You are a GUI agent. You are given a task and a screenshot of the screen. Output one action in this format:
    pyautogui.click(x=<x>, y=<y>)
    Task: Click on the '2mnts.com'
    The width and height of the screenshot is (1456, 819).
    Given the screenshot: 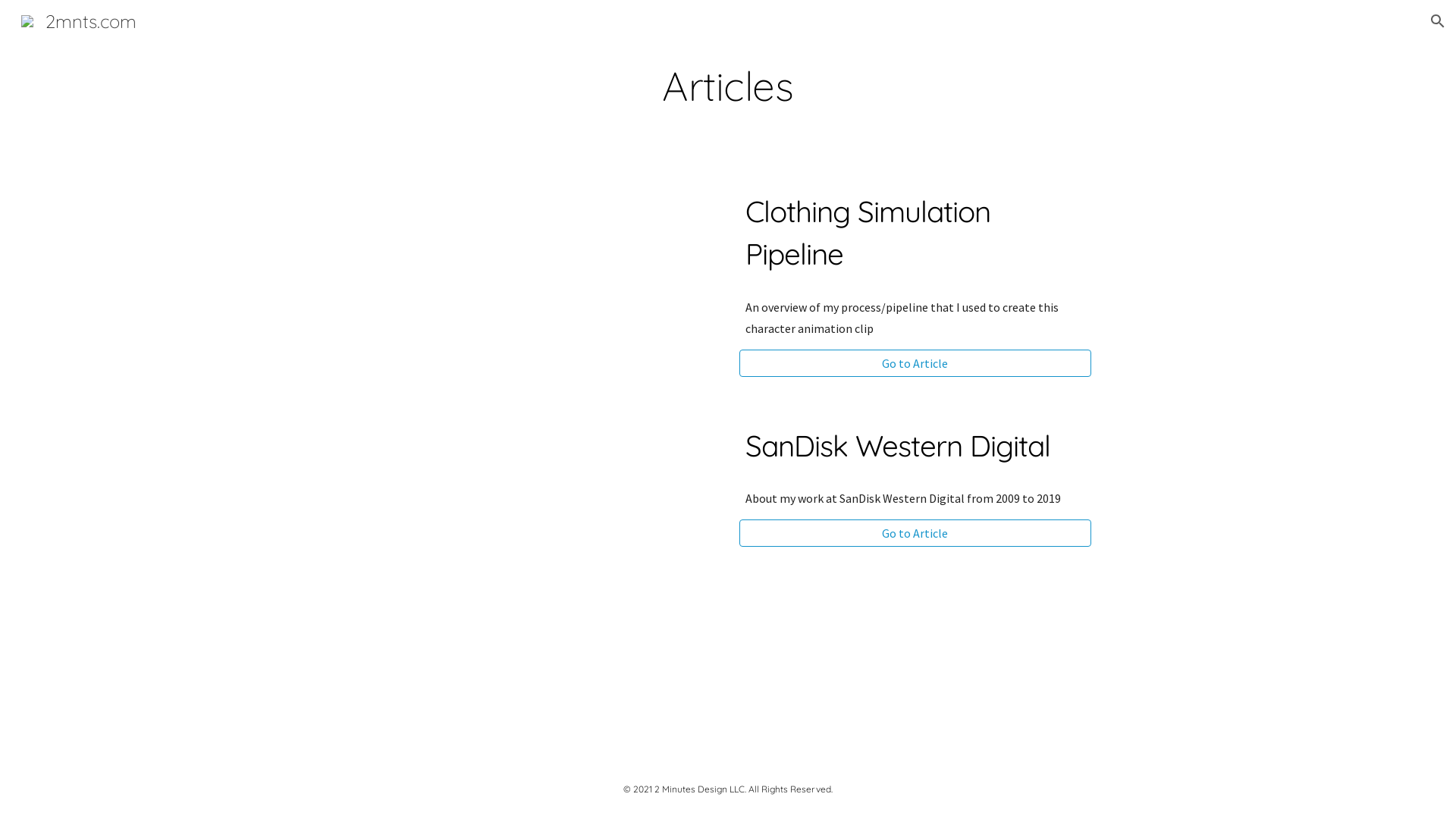 What is the action you would take?
    pyautogui.click(x=78, y=18)
    